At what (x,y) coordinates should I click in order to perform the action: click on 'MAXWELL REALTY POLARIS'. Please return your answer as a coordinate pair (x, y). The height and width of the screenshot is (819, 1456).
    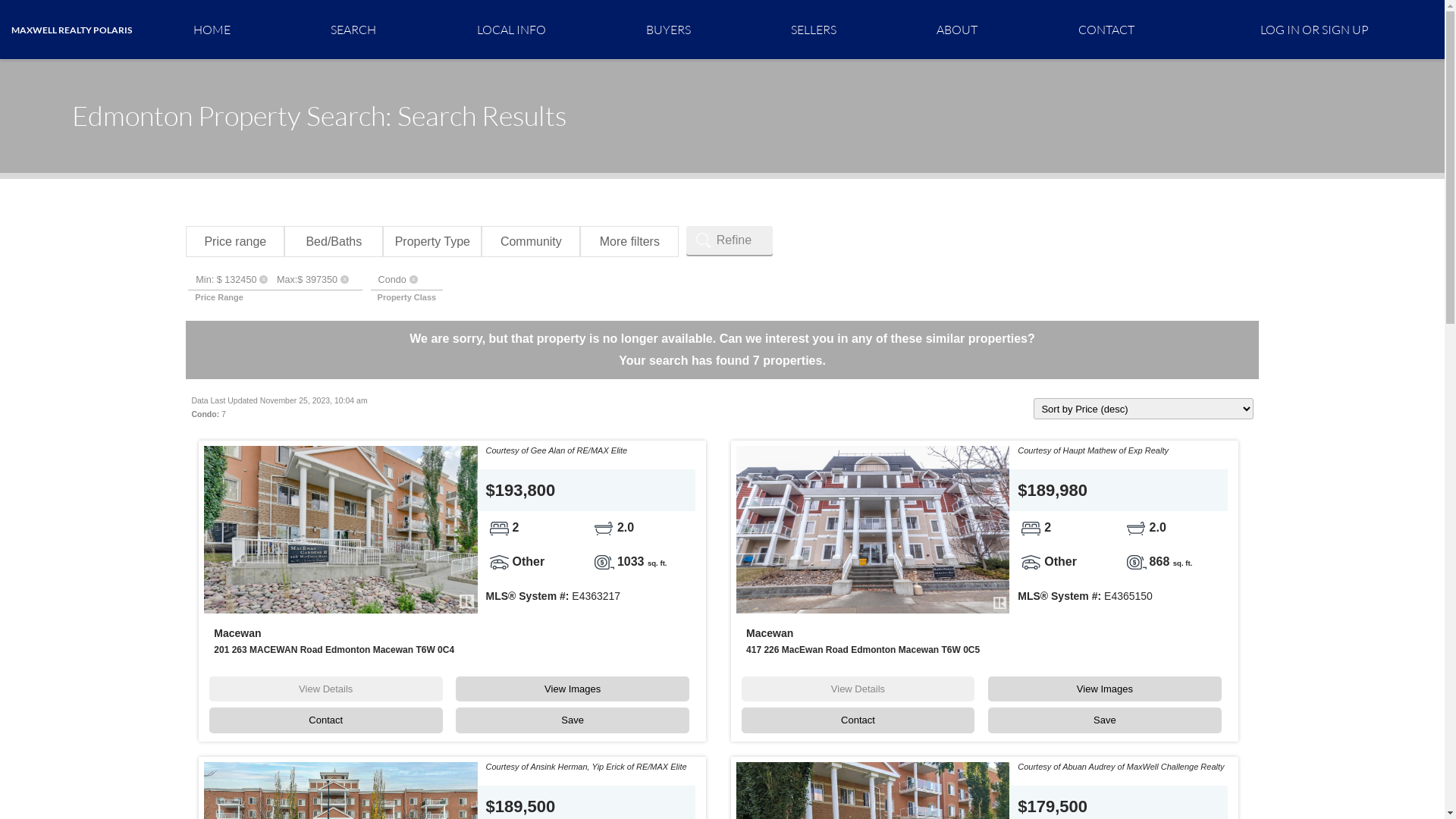
    Looking at the image, I should click on (71, 30).